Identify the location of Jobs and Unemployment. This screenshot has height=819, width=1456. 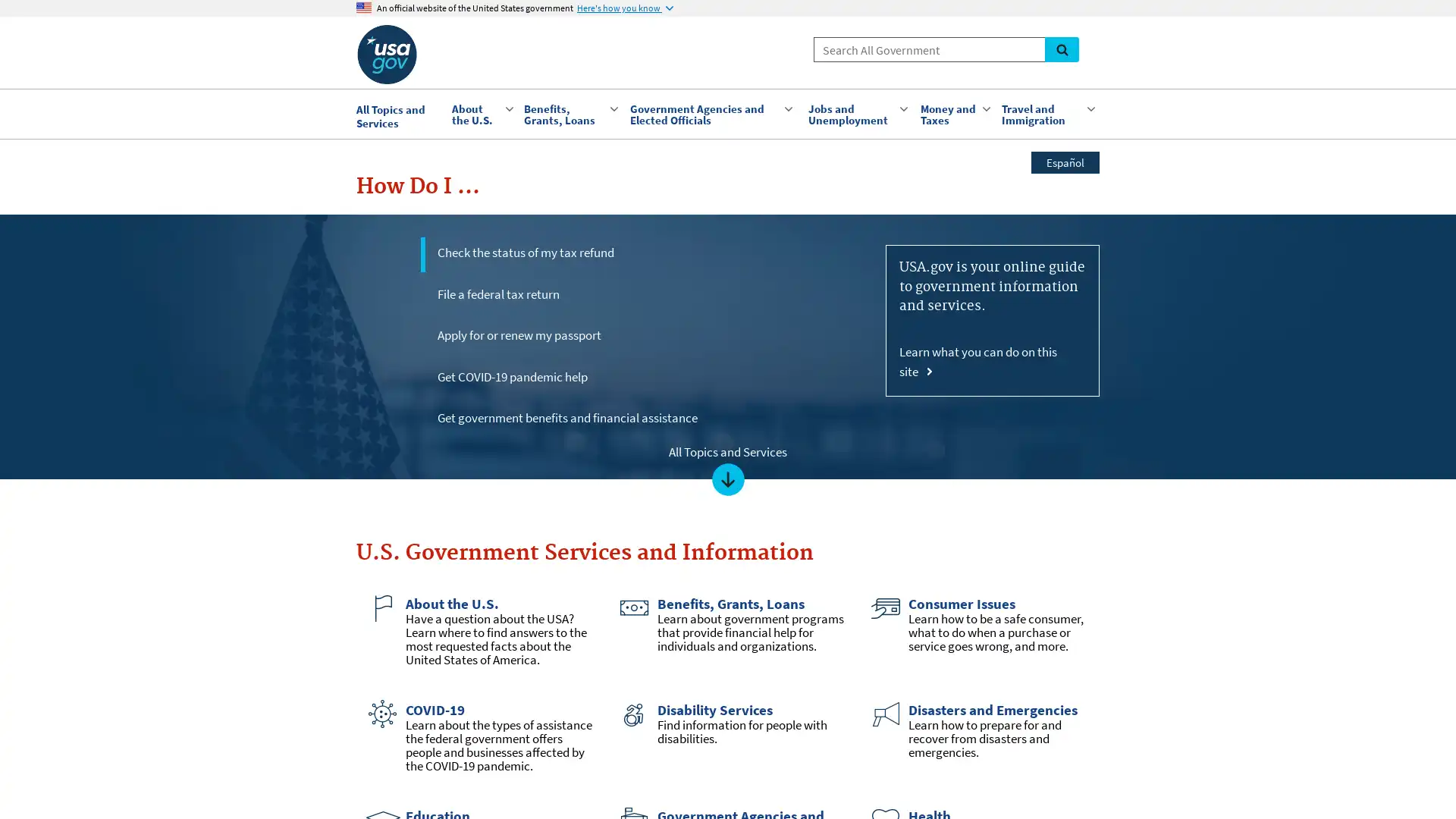
(856, 113).